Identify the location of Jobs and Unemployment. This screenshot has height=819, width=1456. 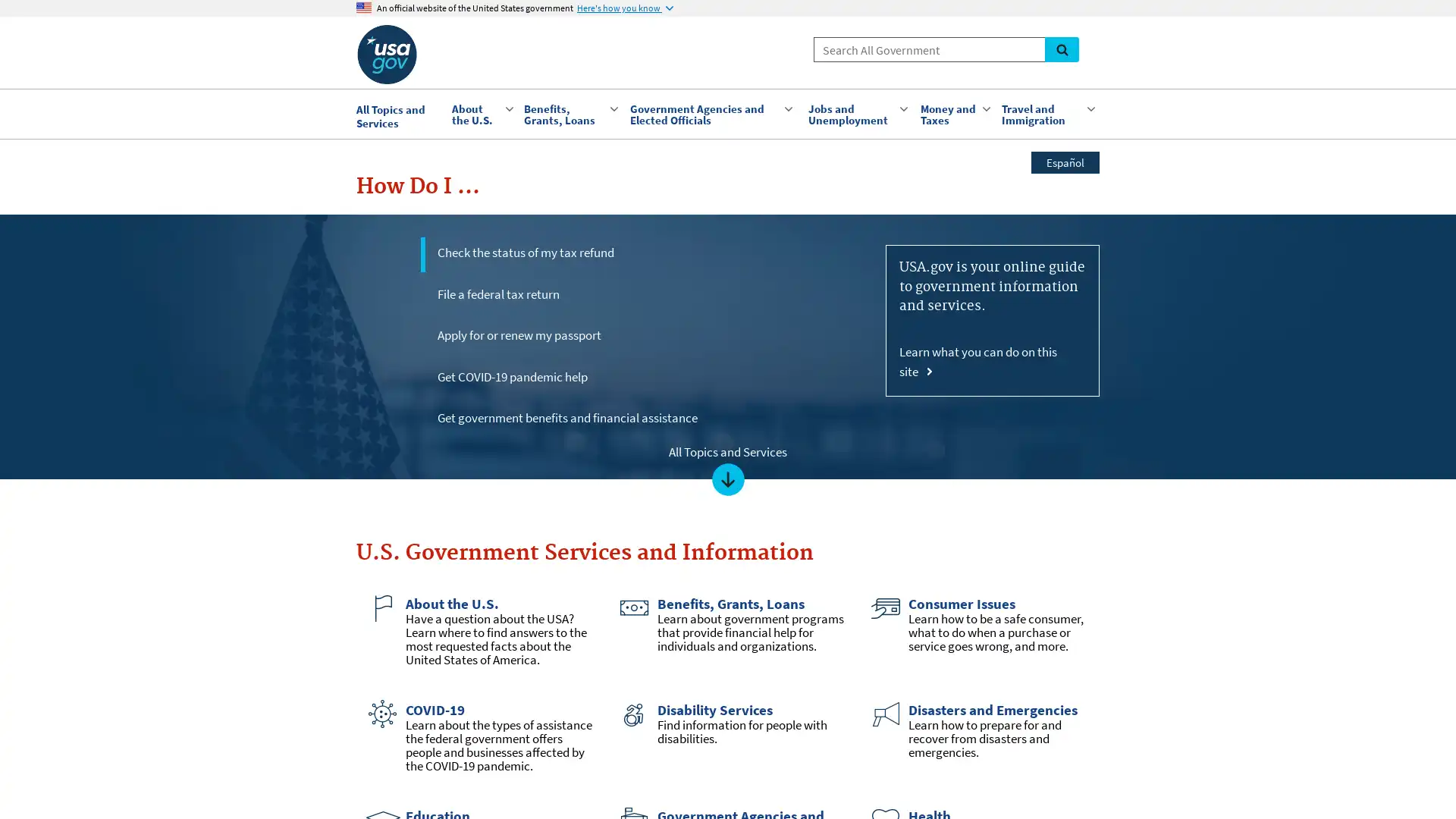
(856, 113).